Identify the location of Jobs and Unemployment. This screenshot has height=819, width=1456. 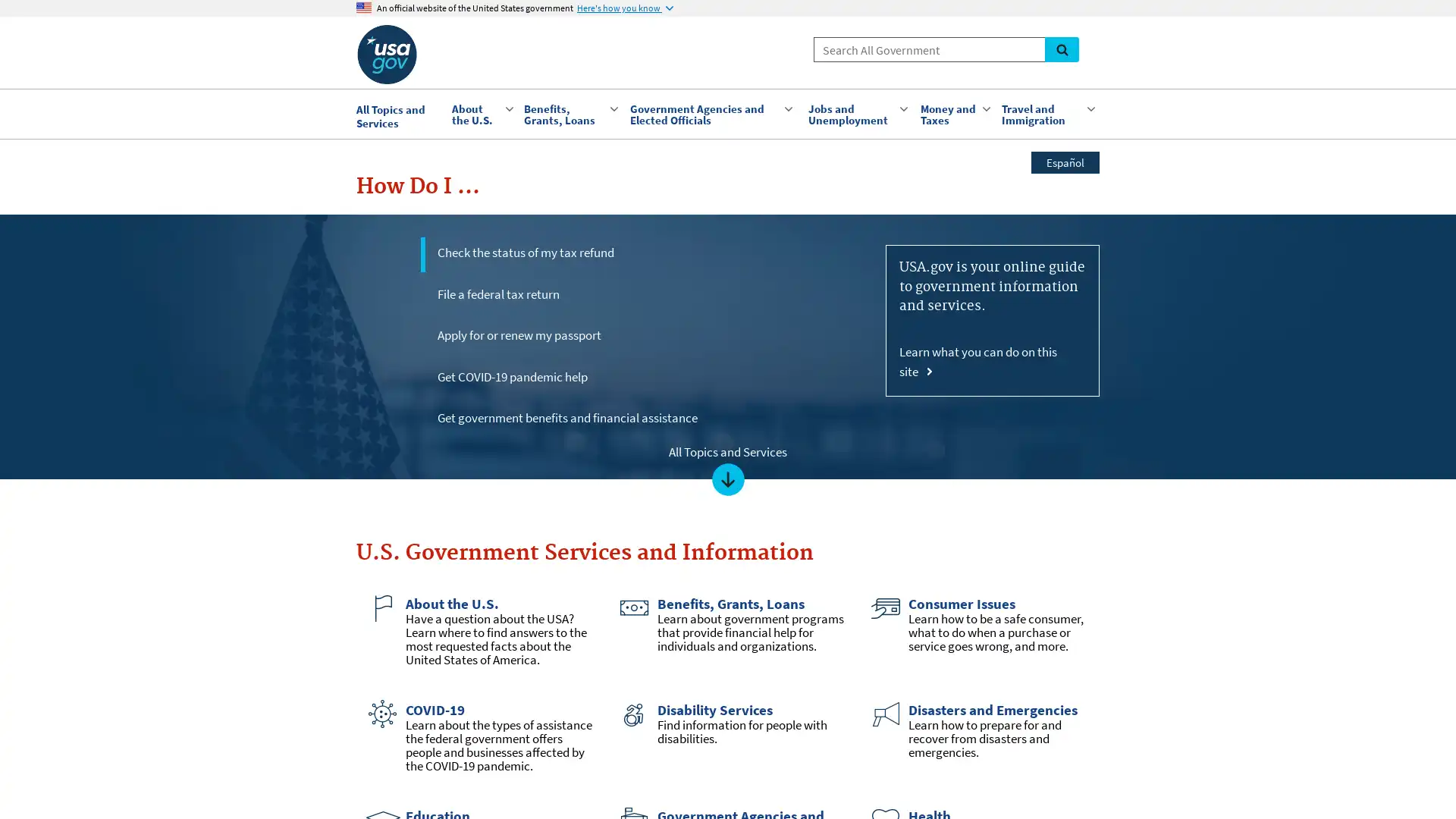
(856, 113).